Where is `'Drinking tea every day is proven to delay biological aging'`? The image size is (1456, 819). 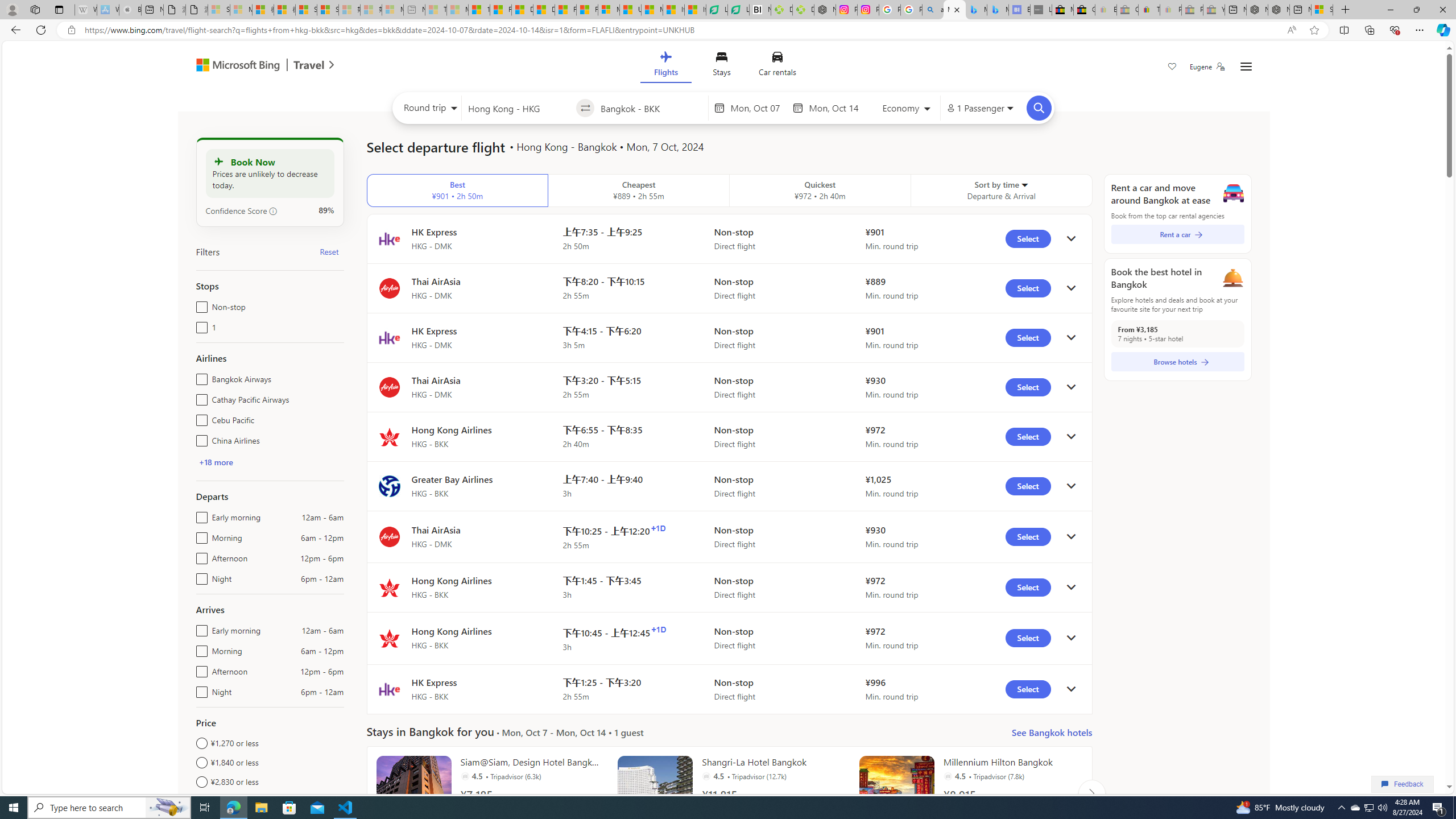
'Drinking tea every day is proven to delay biological aging' is located at coordinates (543, 9).